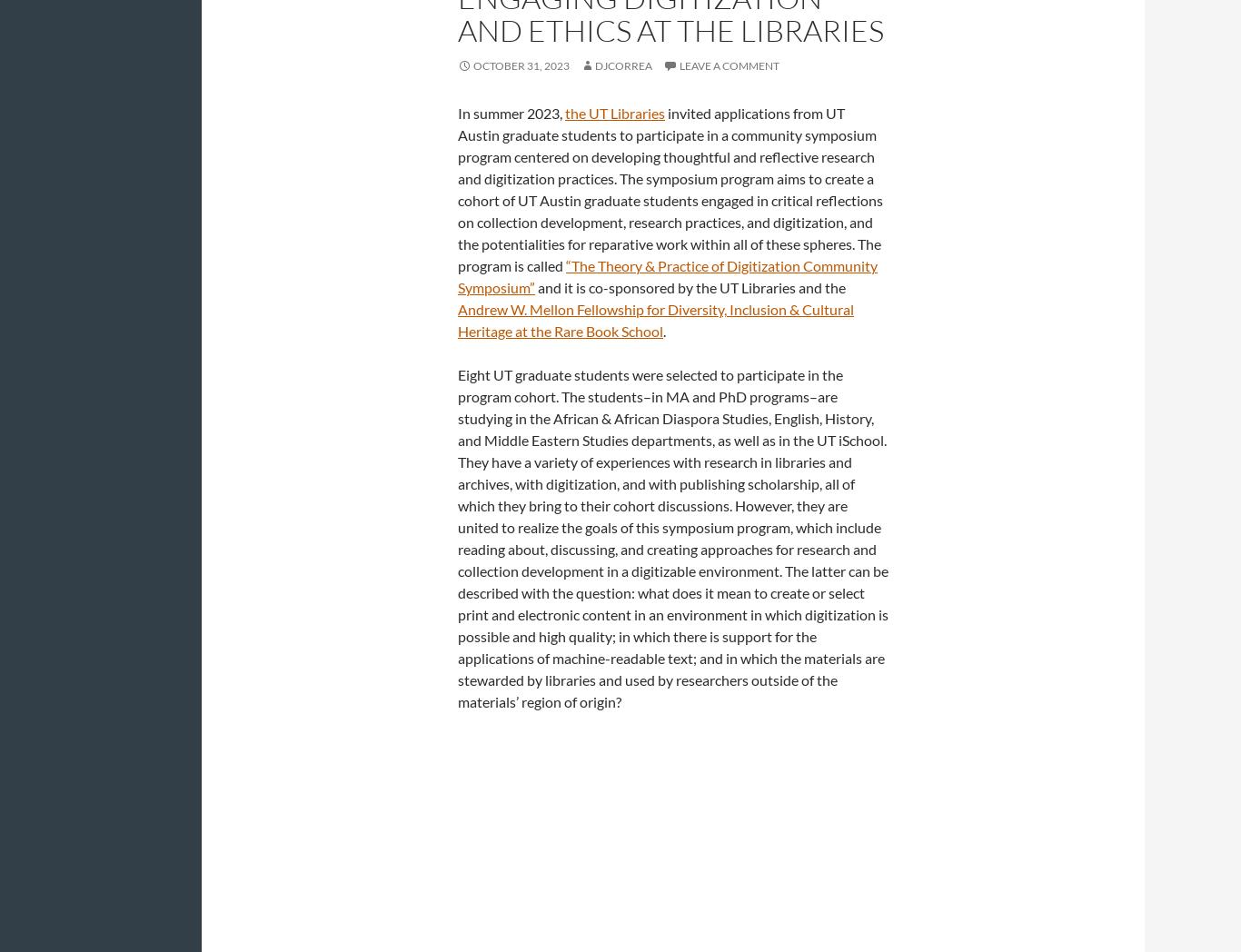  I want to click on 'DJCorrea', so click(623, 65).